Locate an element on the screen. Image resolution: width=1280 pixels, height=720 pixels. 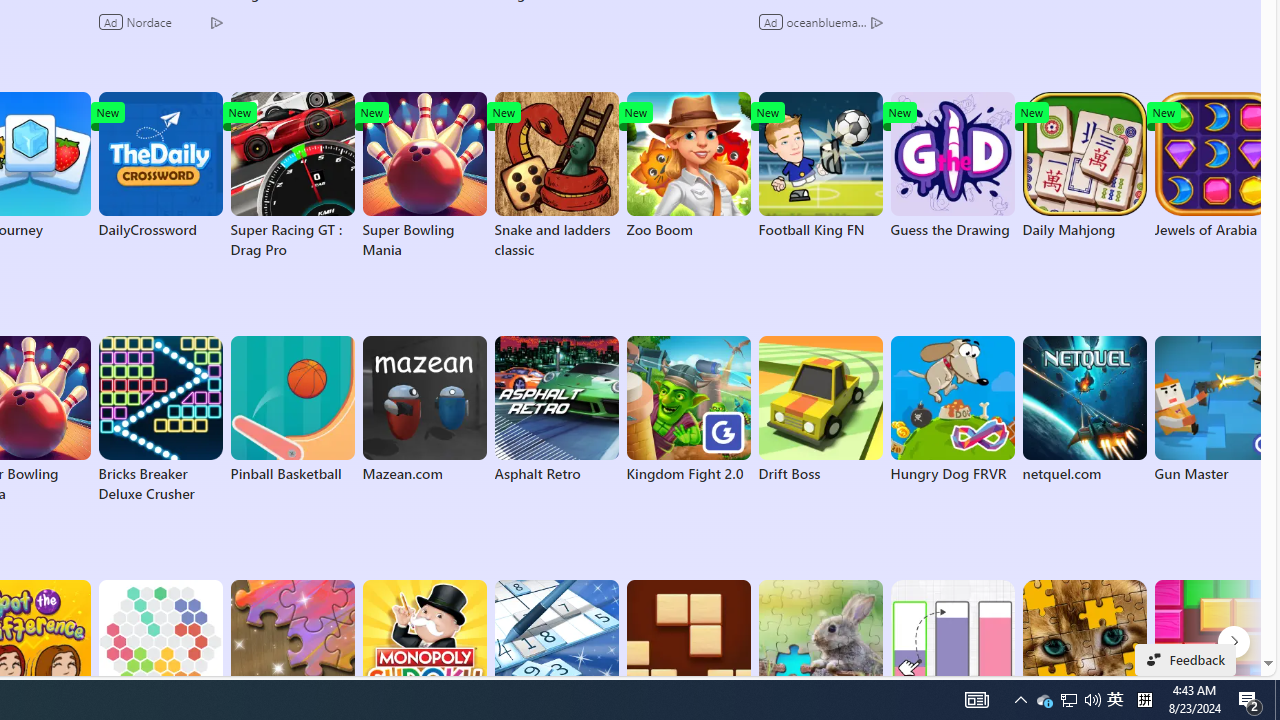
'Class: ad-choice  ad-choice-mono ' is located at coordinates (876, 21).